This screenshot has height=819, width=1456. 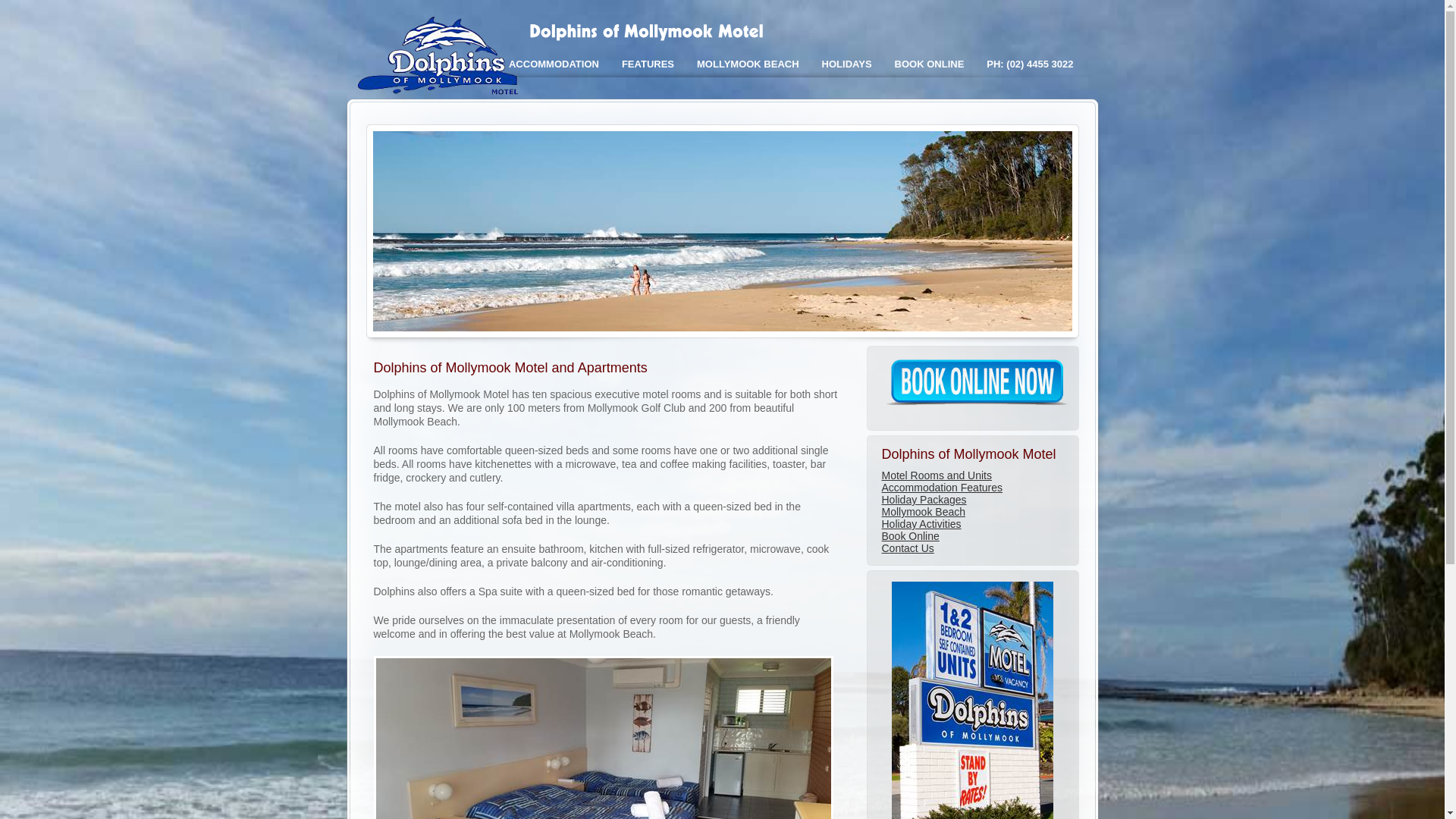 I want to click on 'ACCOMMODATION', so click(x=553, y=63).